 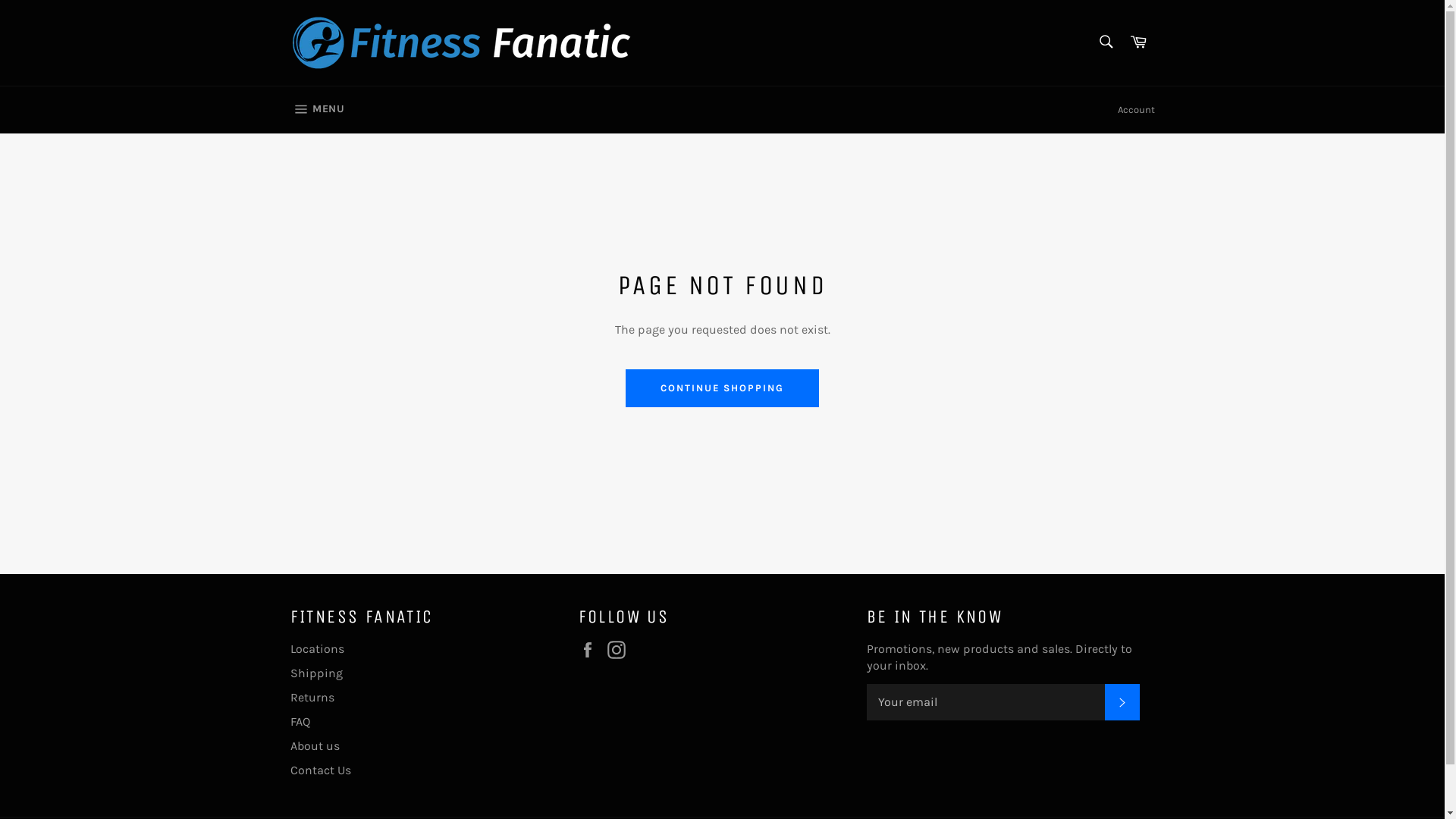 I want to click on 'CONTINUE SHOPPING', so click(x=626, y=388).